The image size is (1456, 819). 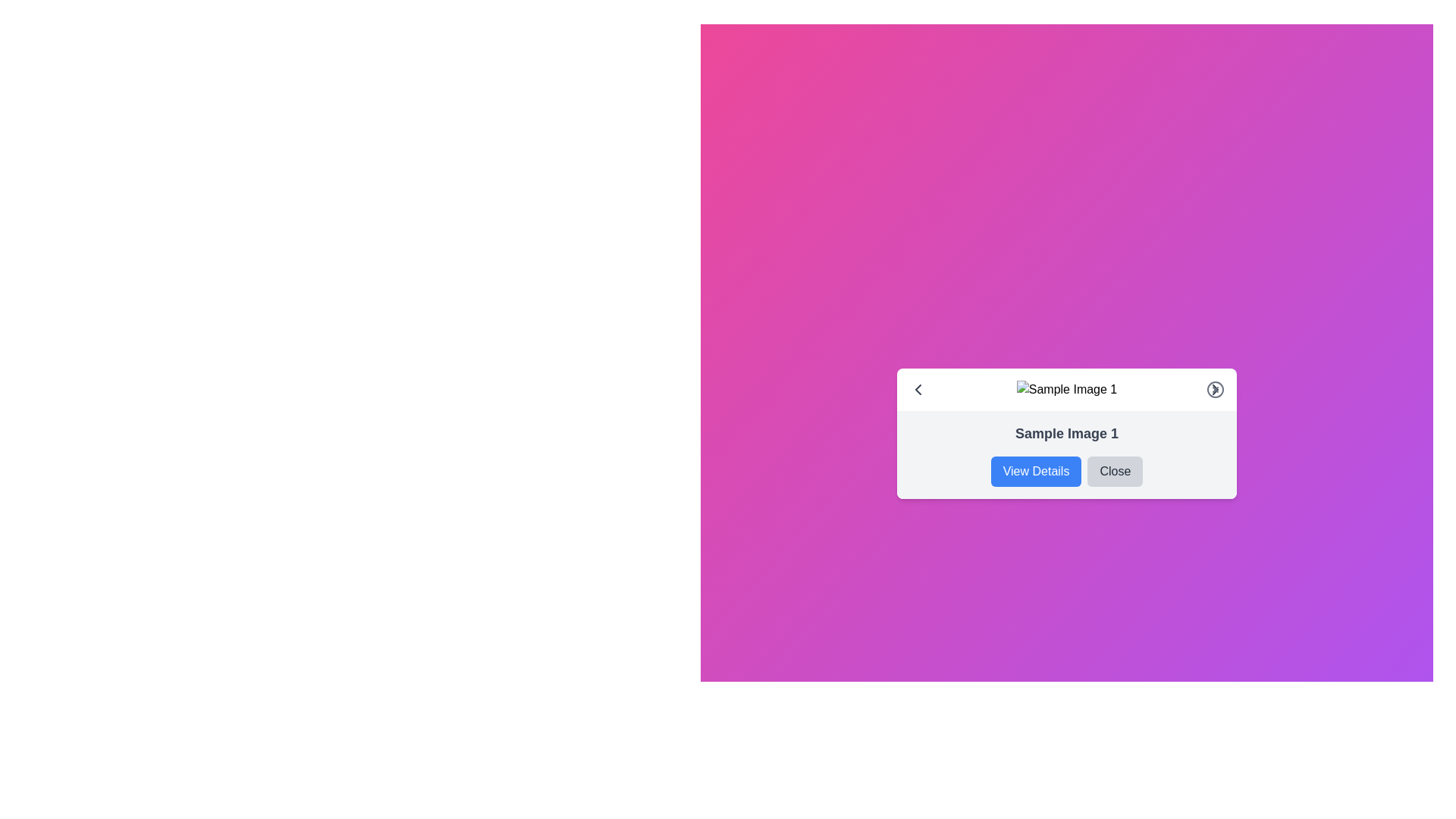 What do you see at coordinates (1216, 388) in the screenshot?
I see `the right-facing chevron icon located in the top-right corner of the dialog box, next to the 'Sample Image 1' title` at bounding box center [1216, 388].